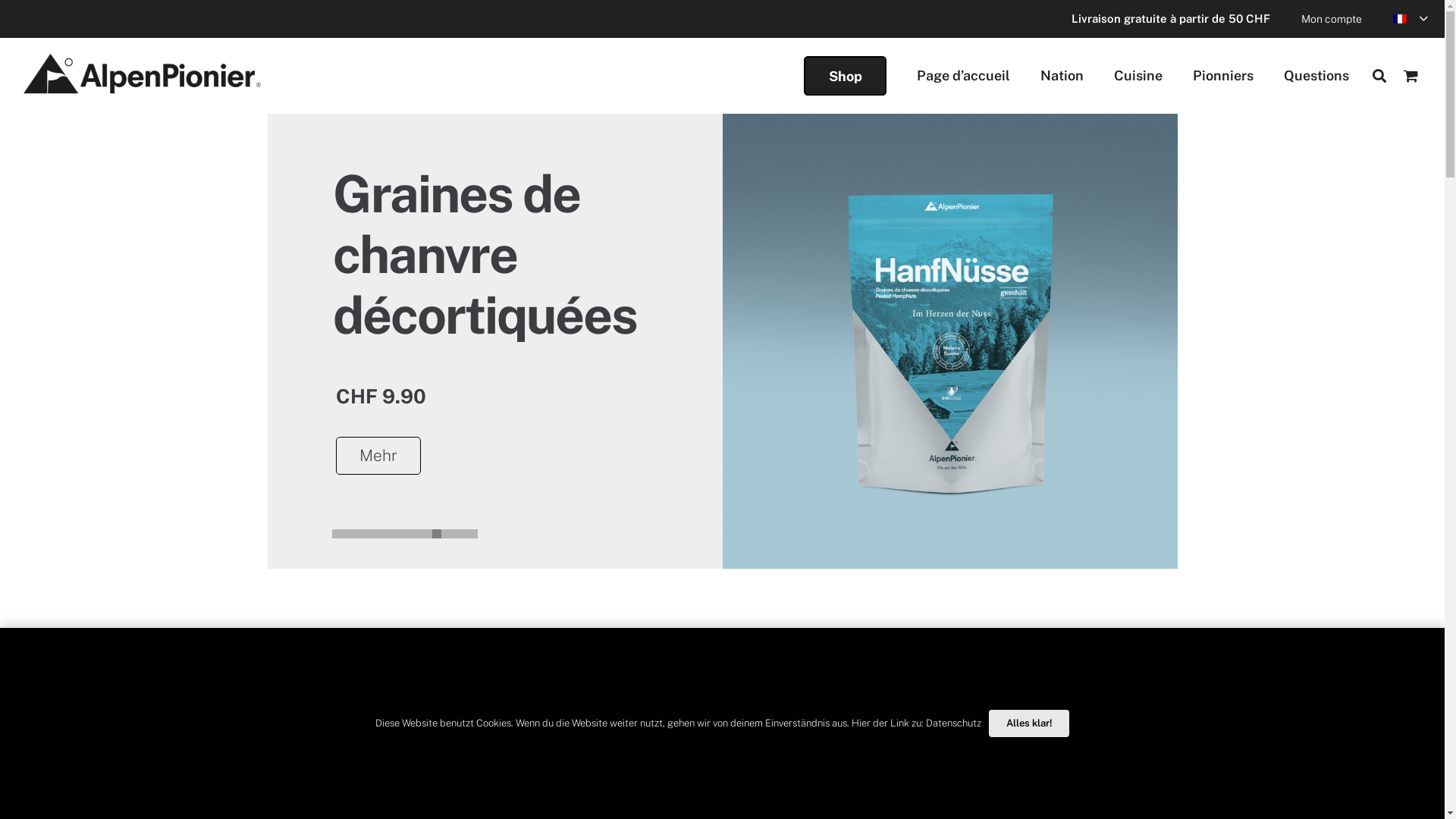 The width and height of the screenshot is (1456, 819). Describe the element at coordinates (844, 76) in the screenshot. I see `'Shop'` at that location.